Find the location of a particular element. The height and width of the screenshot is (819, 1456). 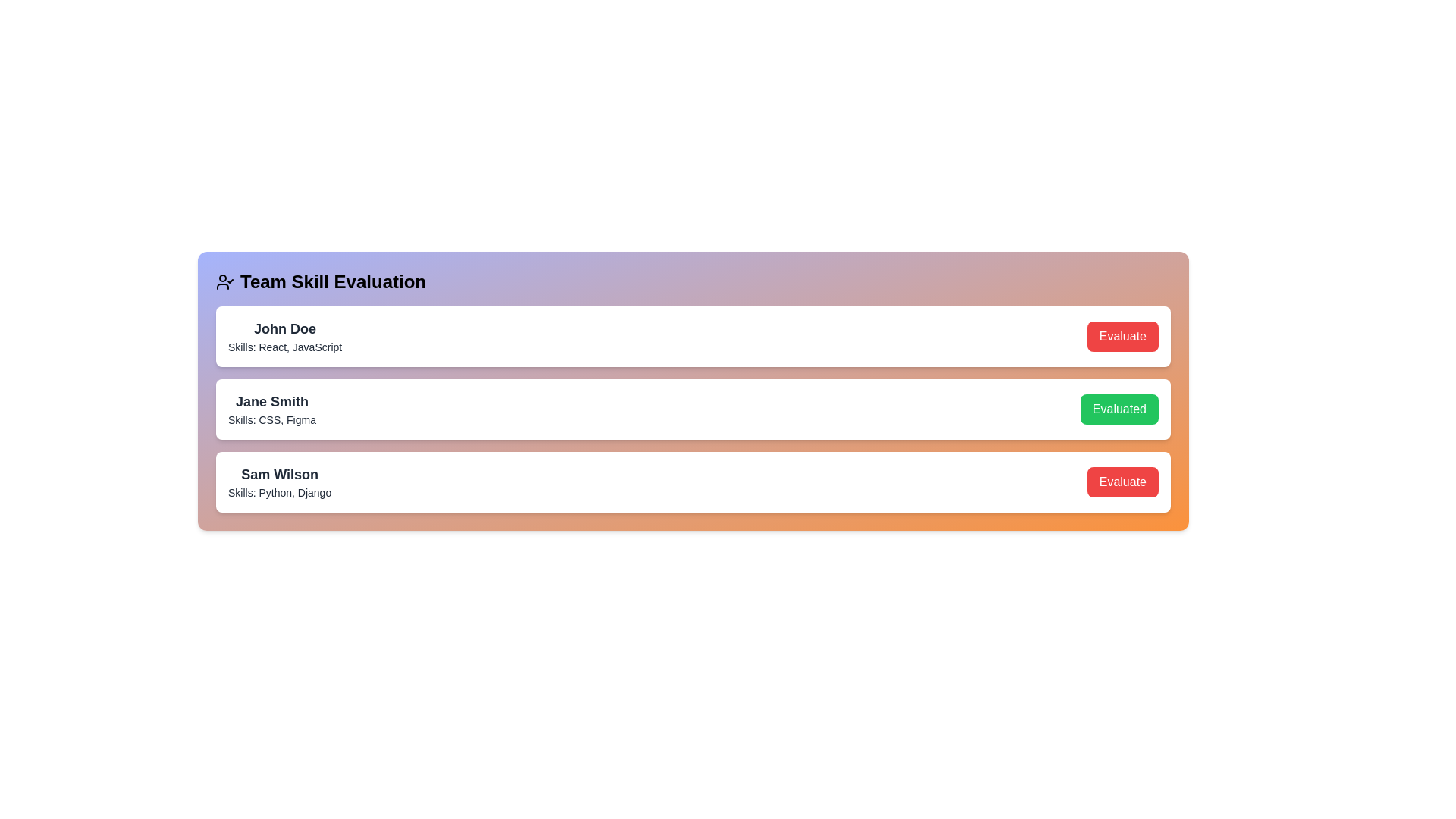

text content displayed in the Text label that identifies 'Sam Wilson', located above the 'Skills: Python, Django' text line in a card section at the bottom of a vertically stacked layout is located at coordinates (280, 473).